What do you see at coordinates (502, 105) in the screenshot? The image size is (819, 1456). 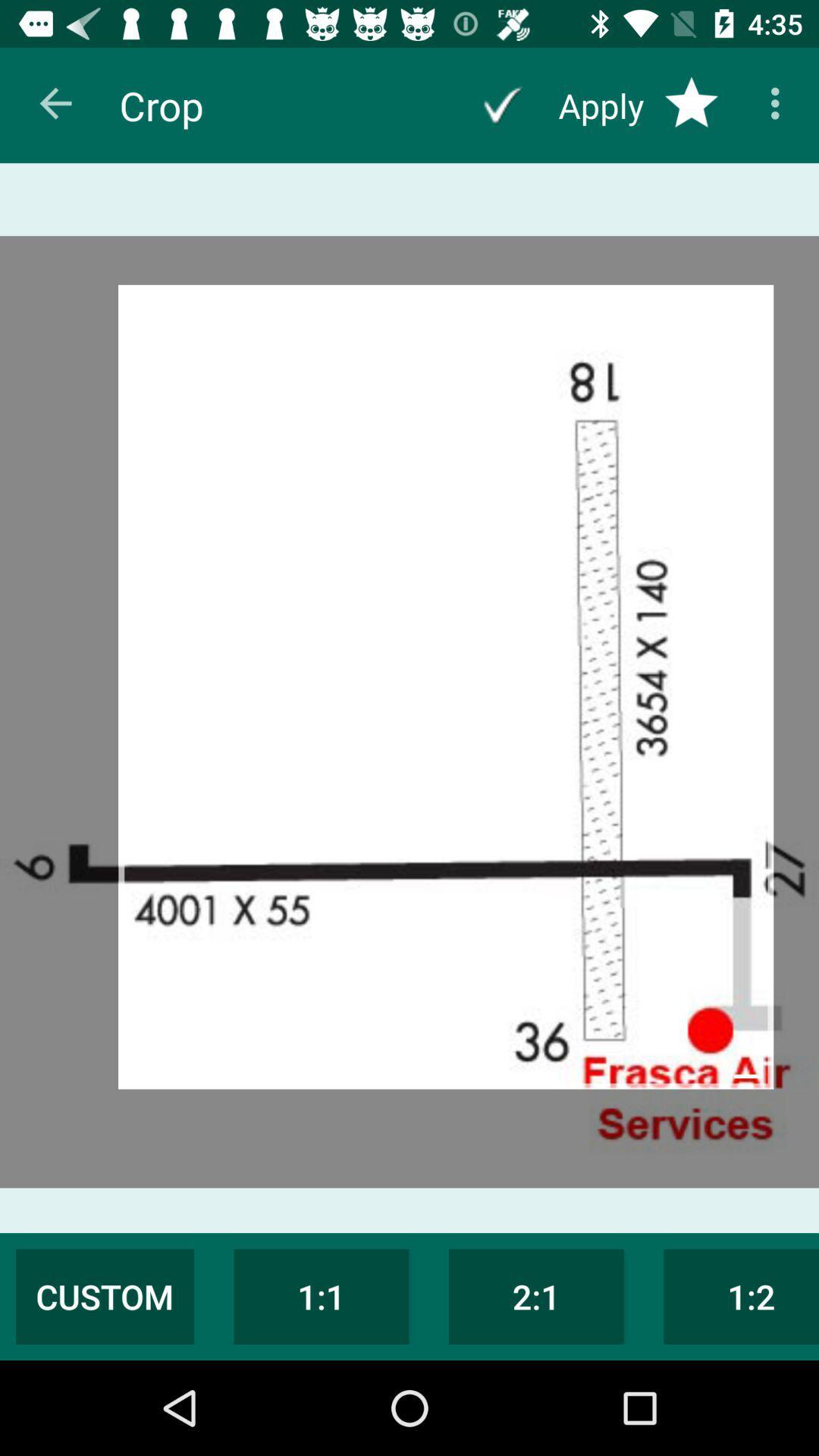 I see `apply` at bounding box center [502, 105].